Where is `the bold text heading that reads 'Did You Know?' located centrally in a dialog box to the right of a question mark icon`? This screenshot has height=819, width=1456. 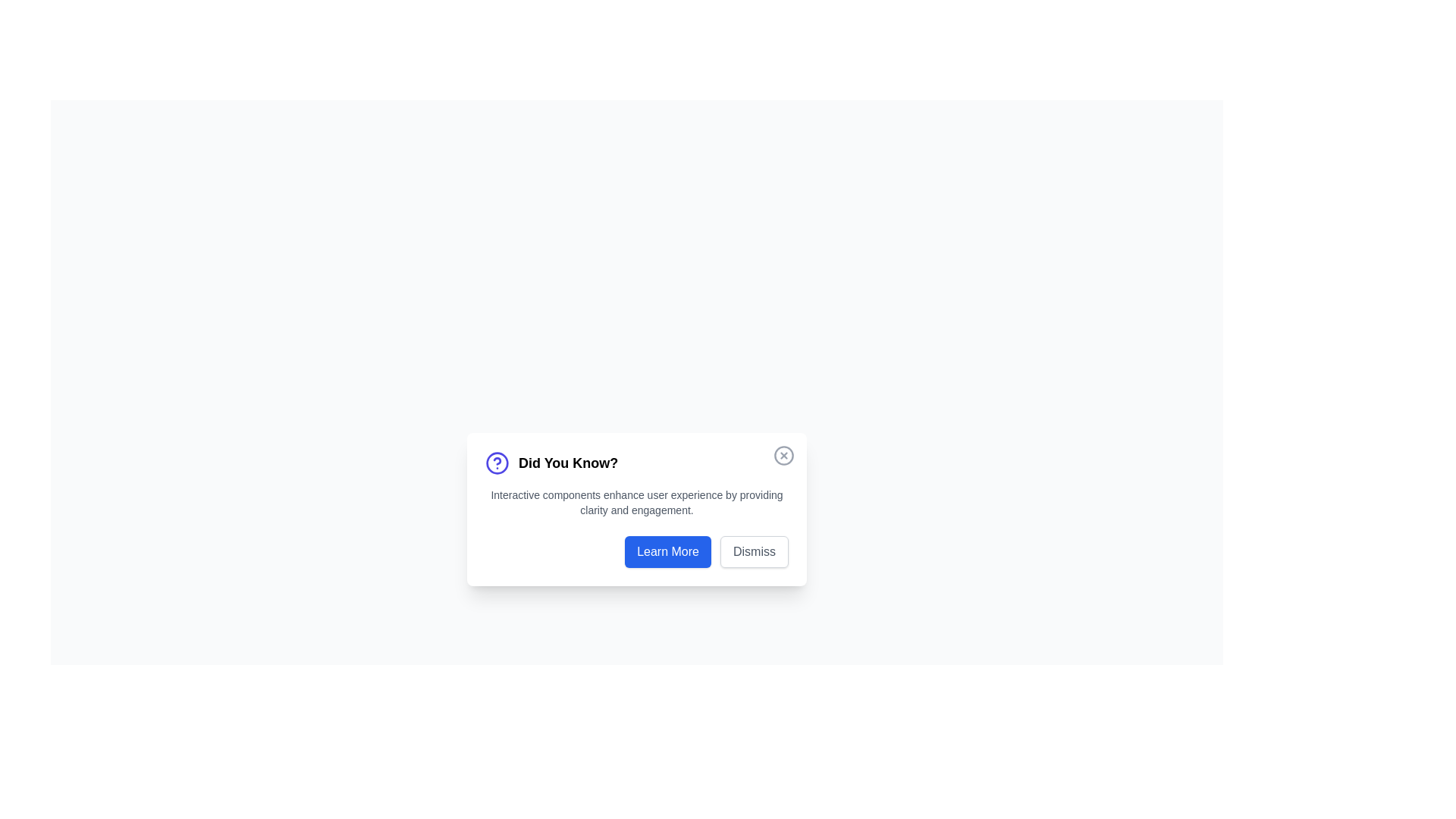 the bold text heading that reads 'Did You Know?' located centrally in a dialog box to the right of a question mark icon is located at coordinates (567, 462).